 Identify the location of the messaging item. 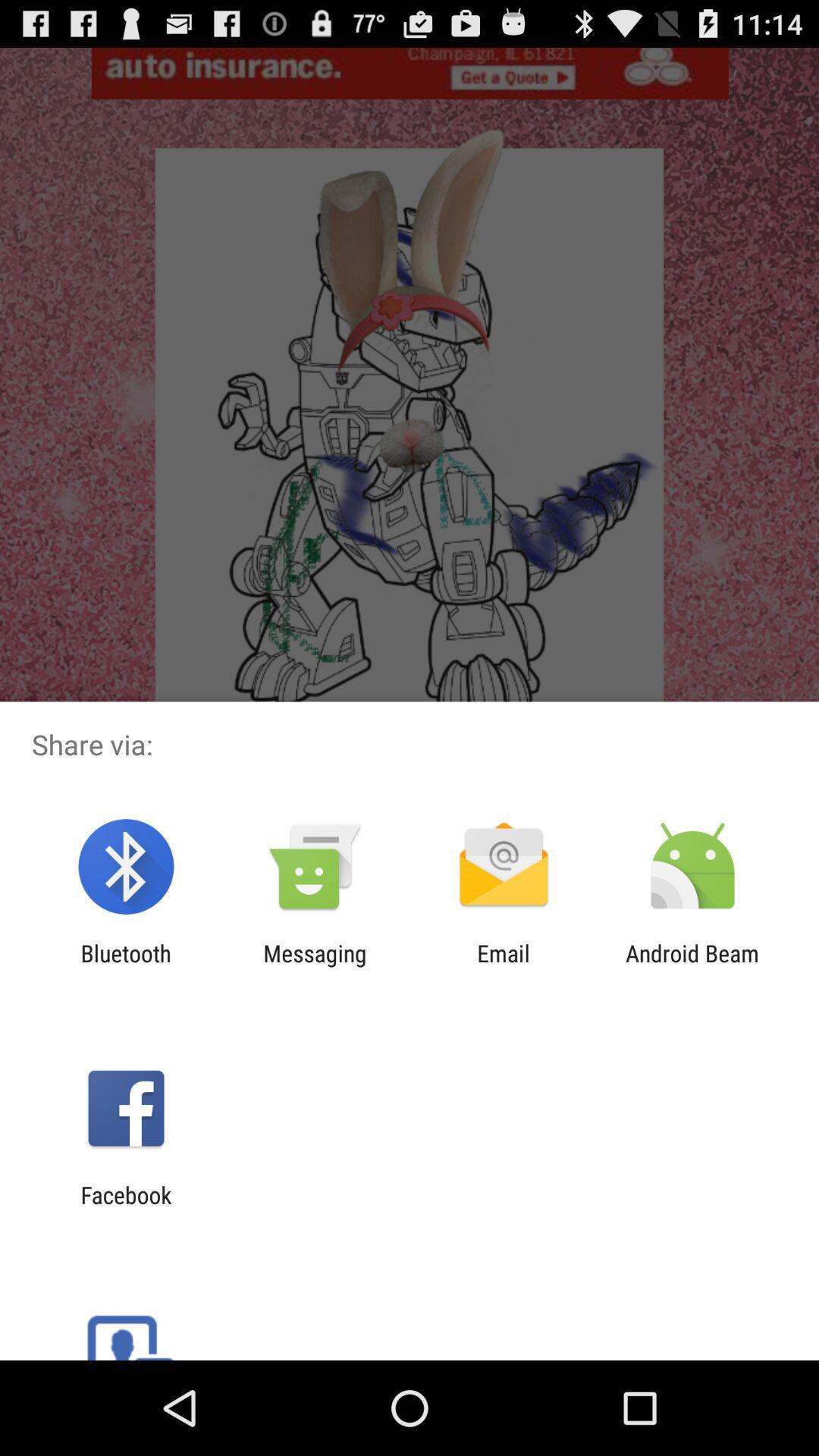
(314, 966).